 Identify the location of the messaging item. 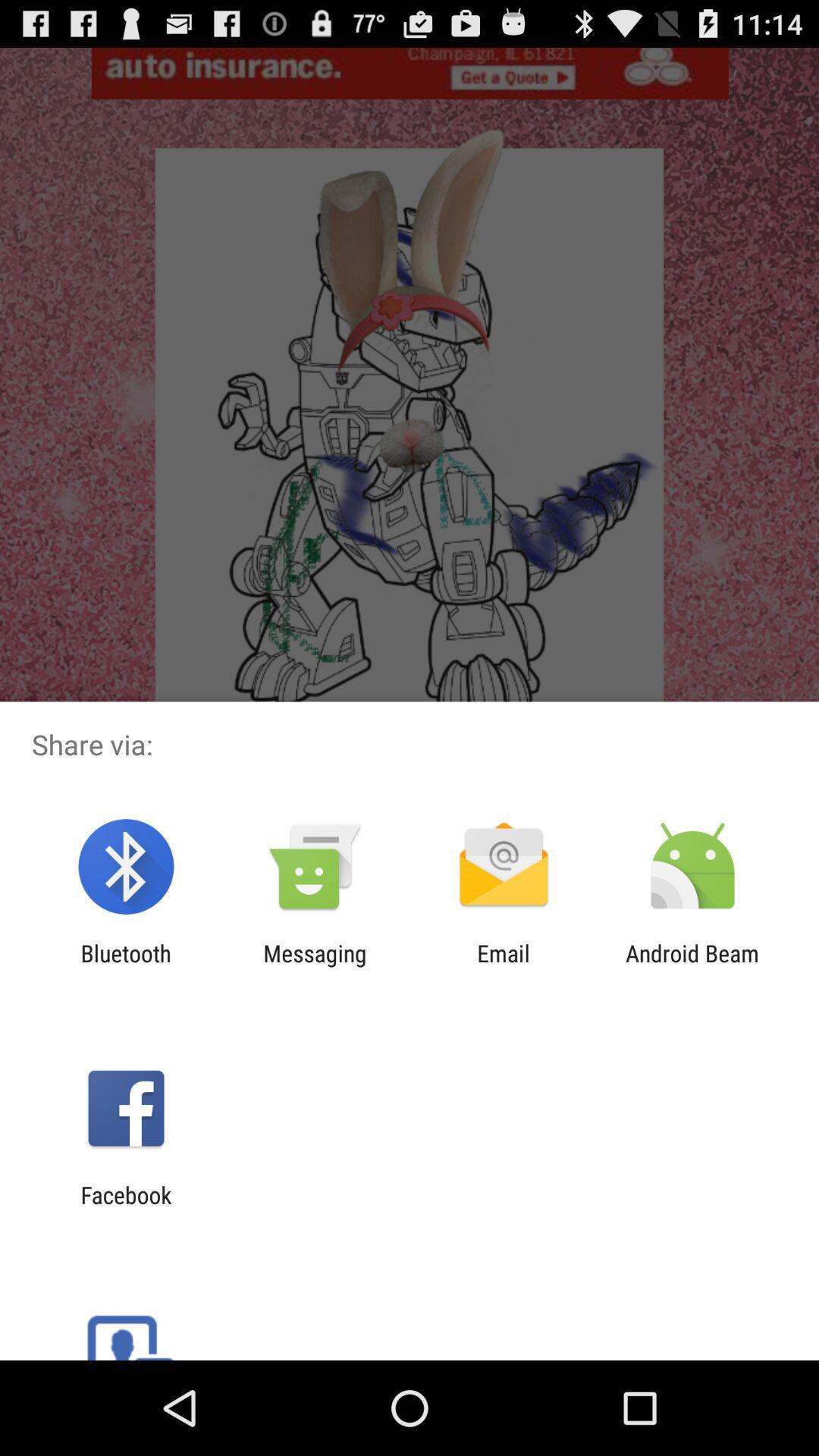
(314, 966).